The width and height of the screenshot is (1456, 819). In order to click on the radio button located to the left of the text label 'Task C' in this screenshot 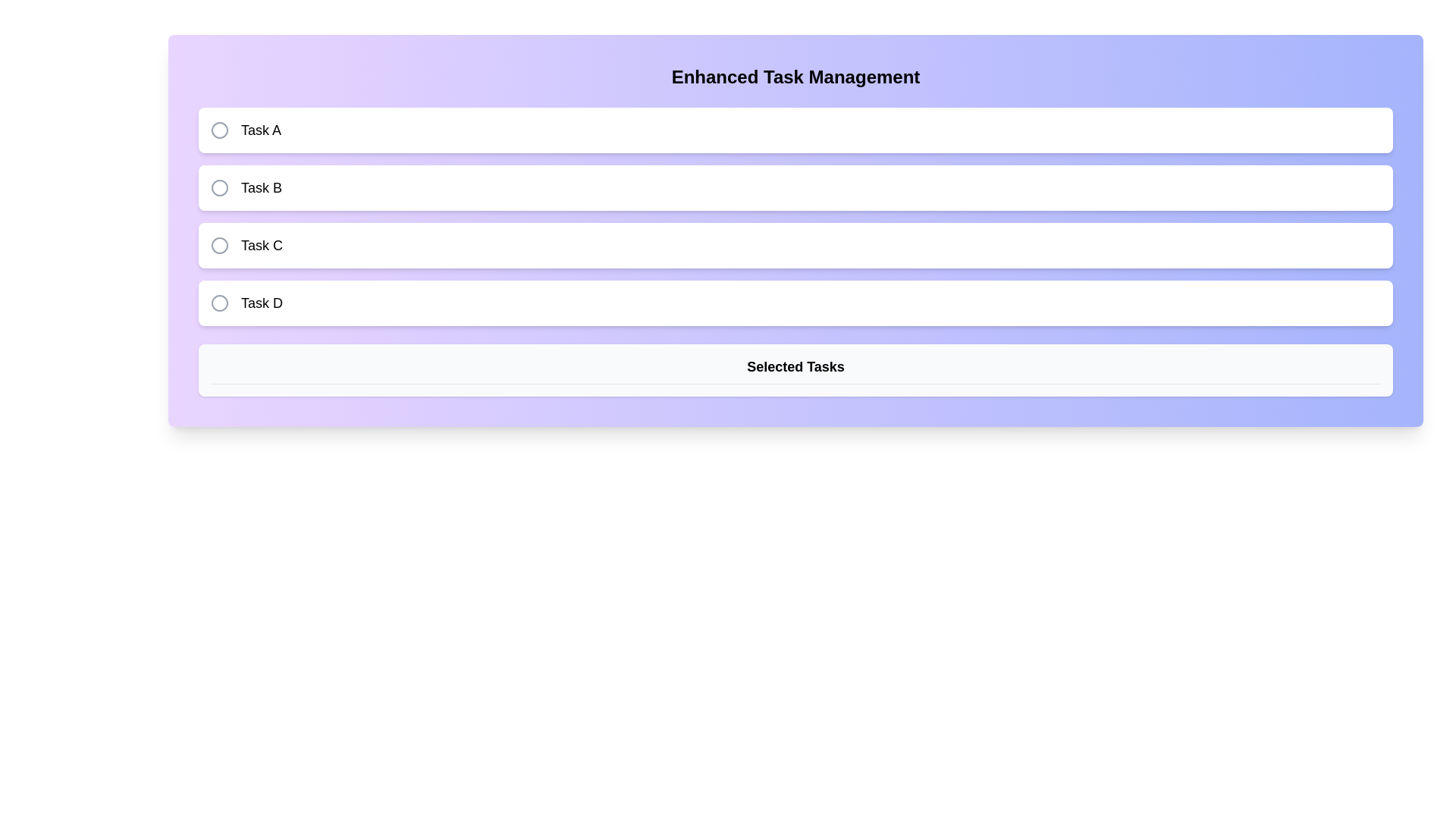, I will do `click(218, 245)`.